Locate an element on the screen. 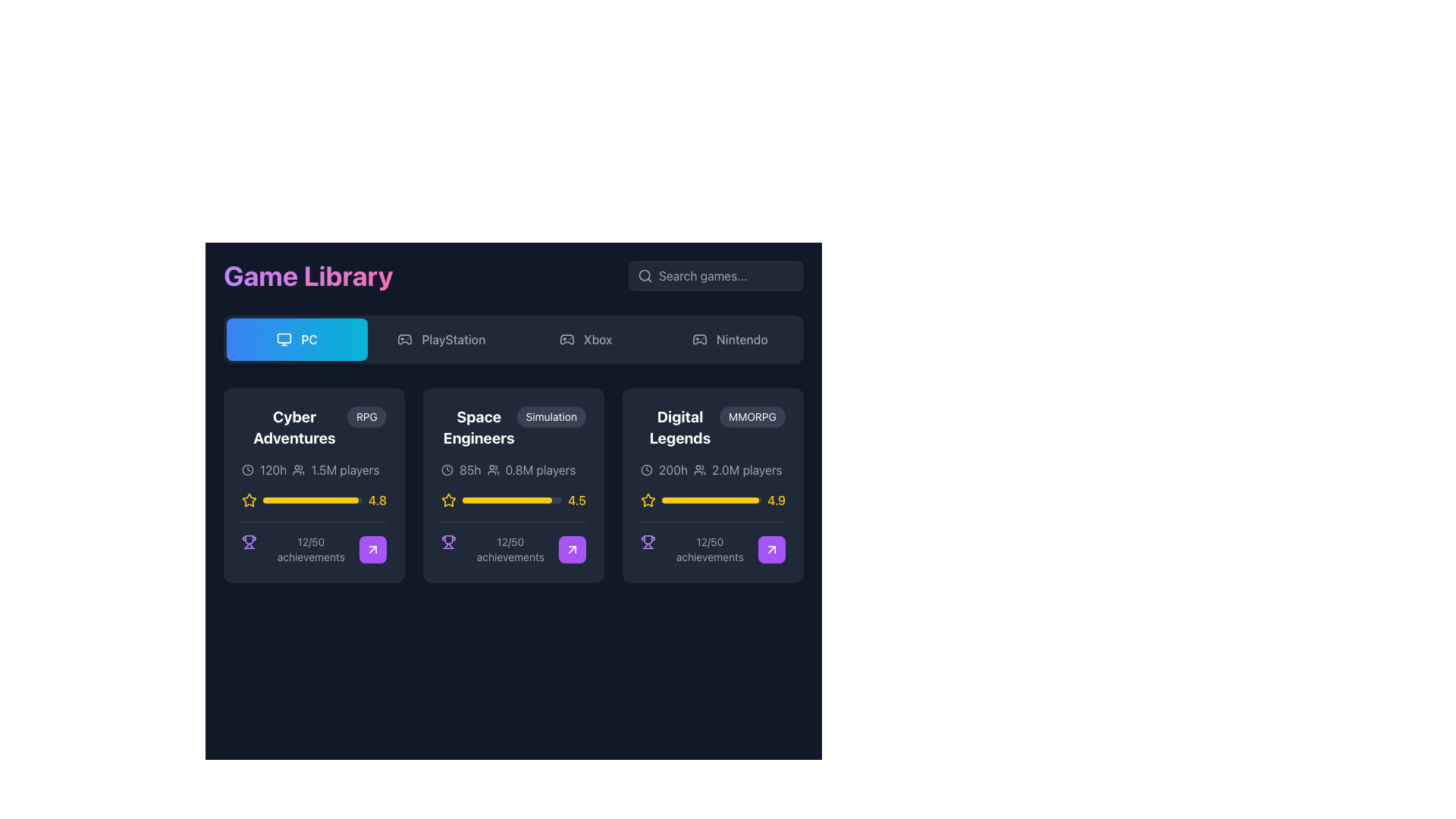  the Interactive Button located in the bottom-right section of the card under the 'Digital Legends' game details for accessibility navigation is located at coordinates (771, 550).